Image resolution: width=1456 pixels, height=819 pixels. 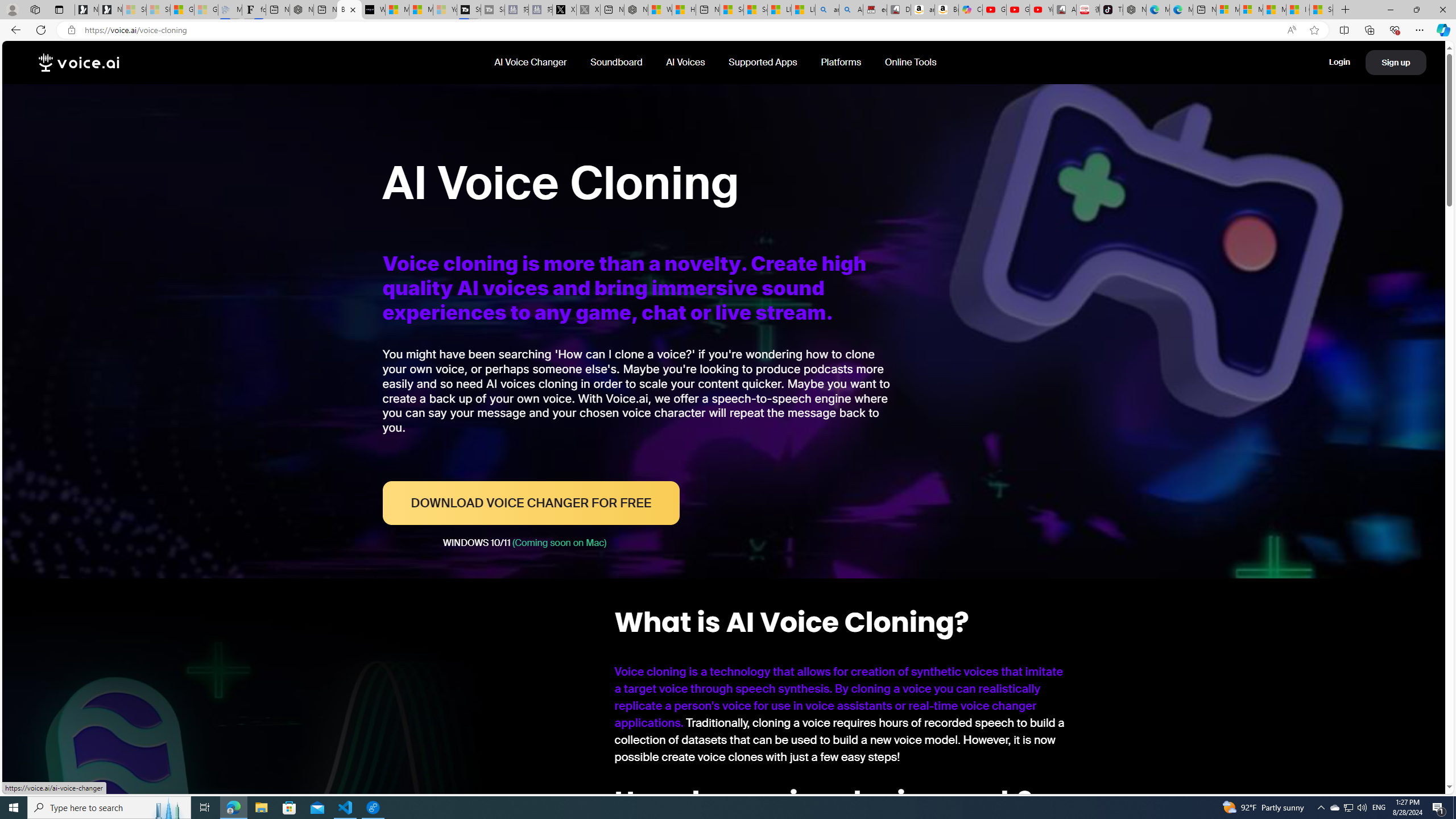 What do you see at coordinates (1298, 9) in the screenshot?
I see `'I Gained 20 Pounds of Muscle in 30 Days! | Watch'` at bounding box center [1298, 9].